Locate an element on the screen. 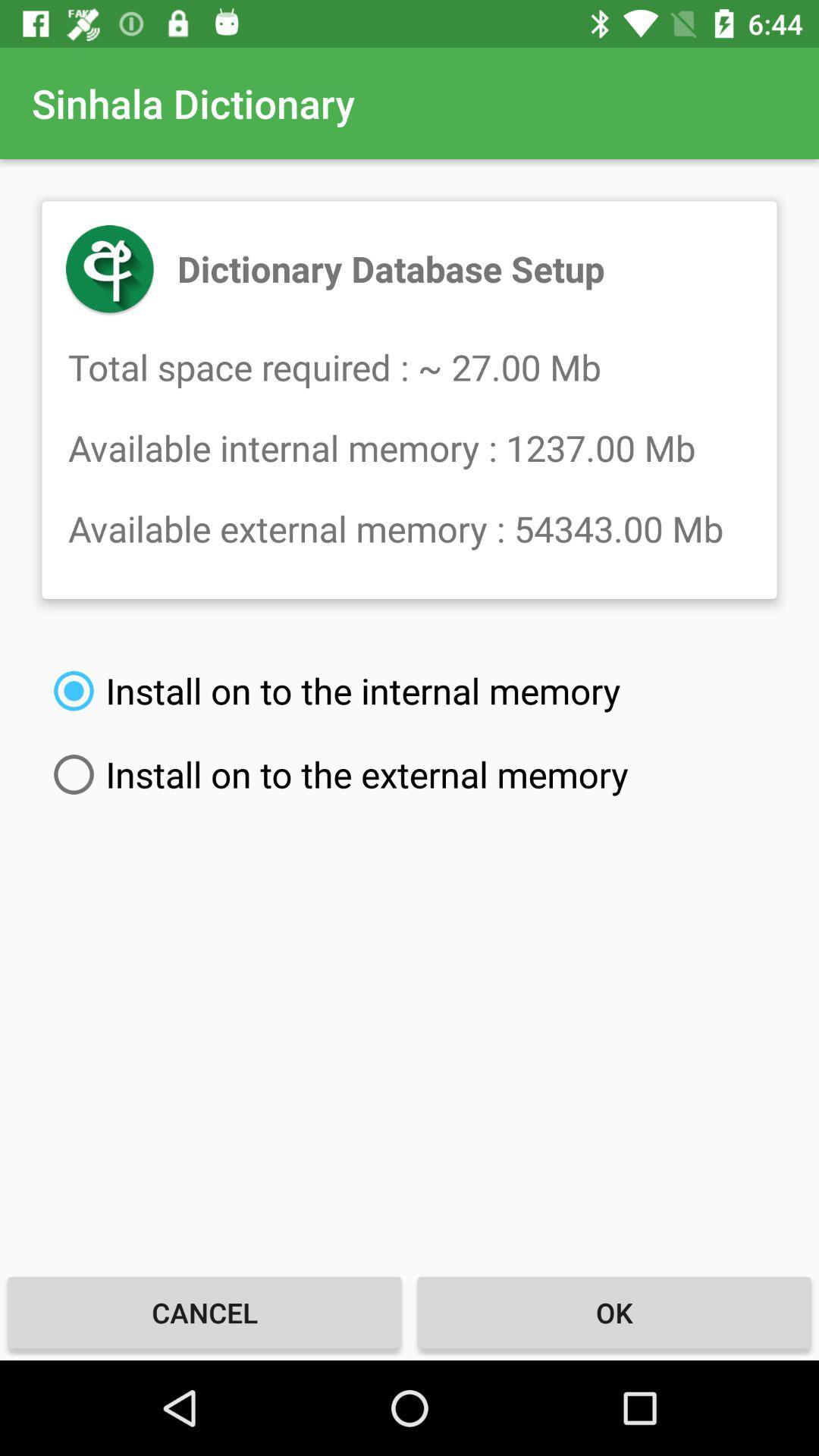 This screenshot has height=1456, width=819. the item below the install on to is located at coordinates (205, 1312).